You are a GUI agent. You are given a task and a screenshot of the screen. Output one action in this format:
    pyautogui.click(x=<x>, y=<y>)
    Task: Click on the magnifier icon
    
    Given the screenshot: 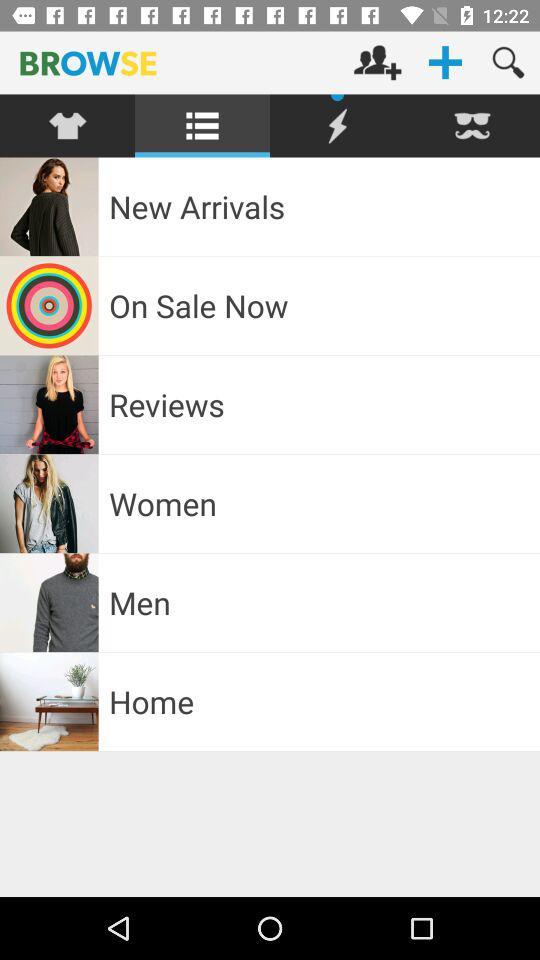 What is the action you would take?
    pyautogui.click(x=508, y=62)
    